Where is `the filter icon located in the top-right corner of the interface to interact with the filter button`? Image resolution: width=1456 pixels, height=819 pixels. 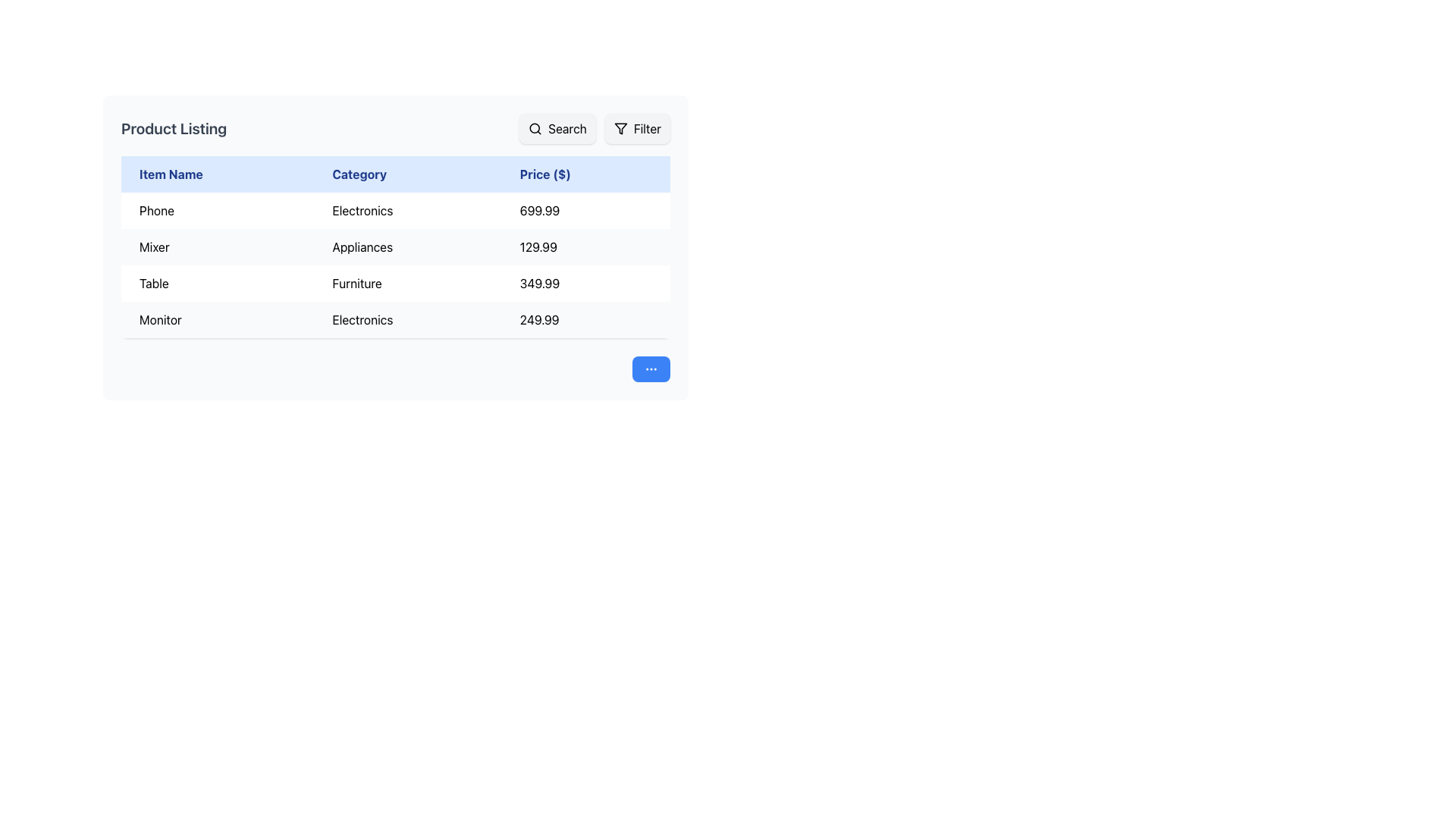
the filter icon located in the top-right corner of the interface to interact with the filter button is located at coordinates (620, 127).